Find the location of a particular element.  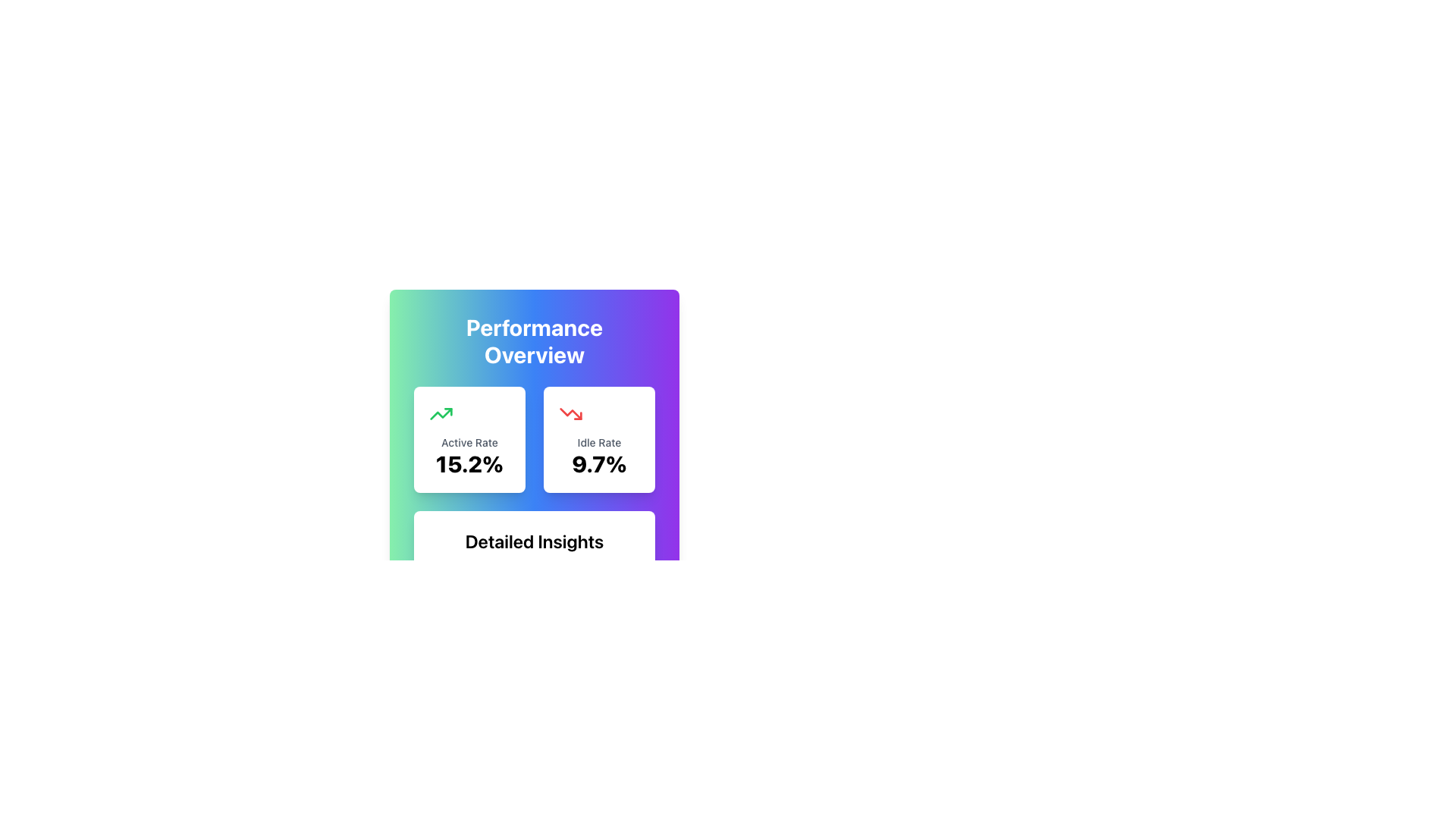

the green line chart icon with an upward arrow to inspect its details is located at coordinates (440, 414).